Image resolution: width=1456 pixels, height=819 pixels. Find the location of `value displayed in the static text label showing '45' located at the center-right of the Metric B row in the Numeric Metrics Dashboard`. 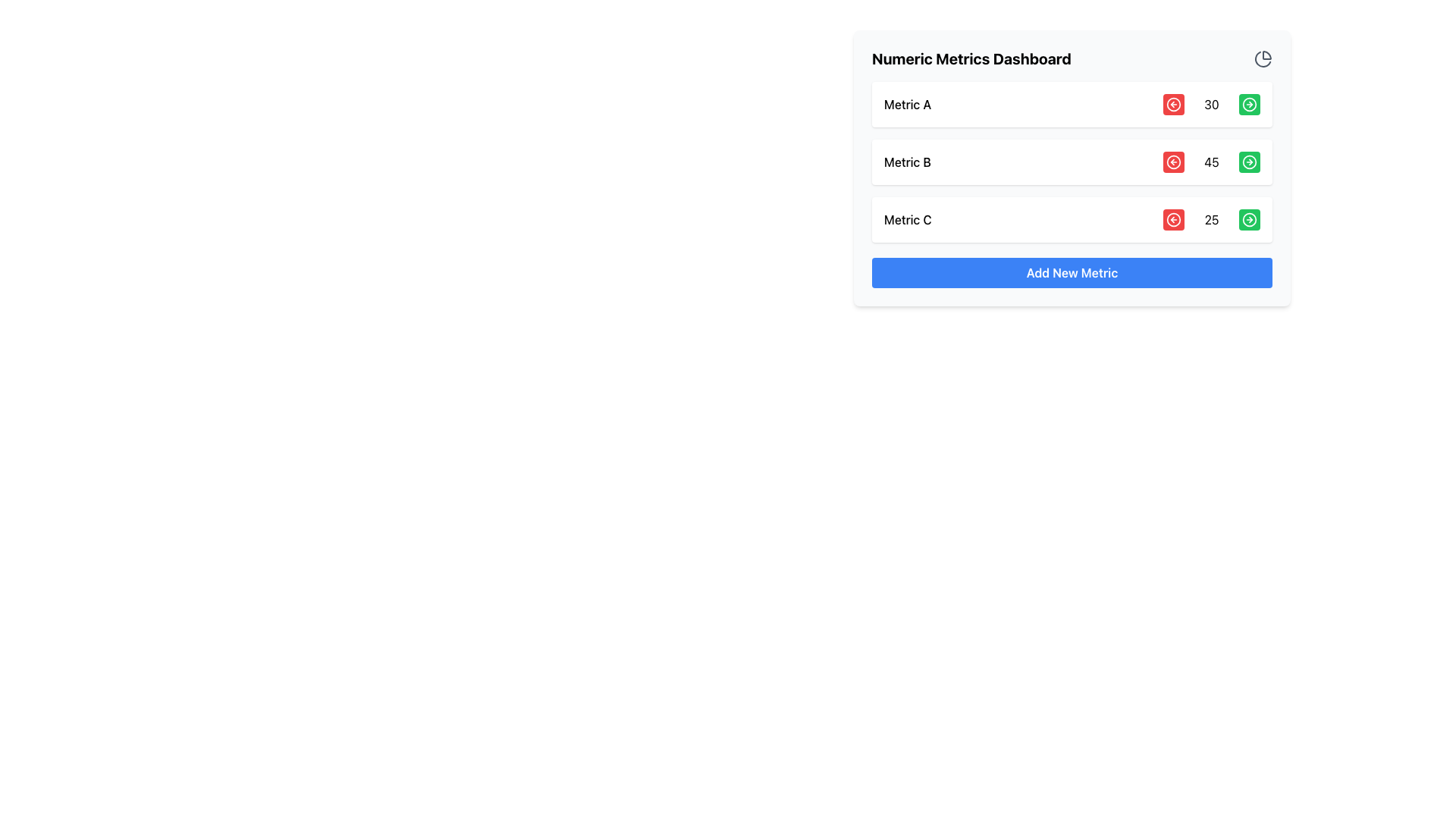

value displayed in the static text label showing '45' located at the center-right of the Metric B row in the Numeric Metrics Dashboard is located at coordinates (1211, 162).